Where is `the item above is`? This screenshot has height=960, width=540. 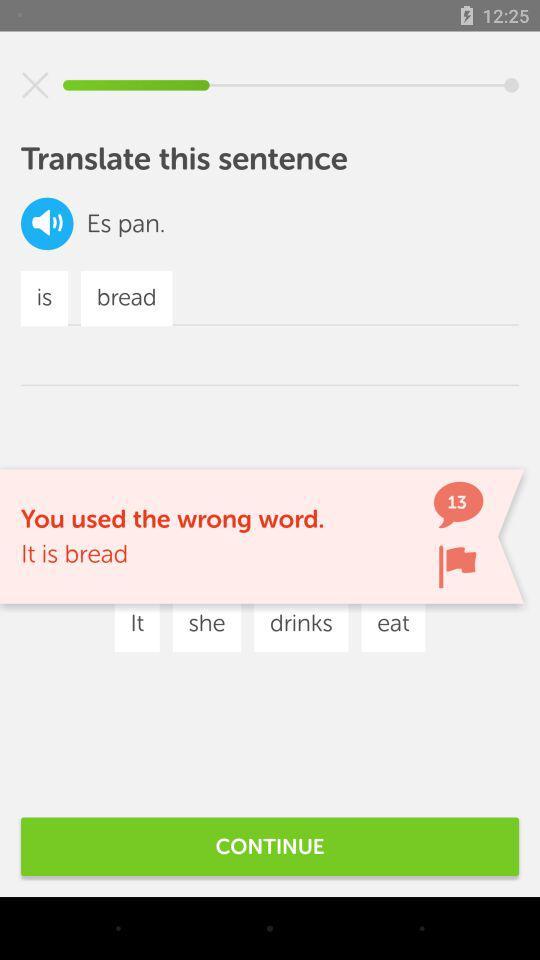
the item above is is located at coordinates (47, 223).